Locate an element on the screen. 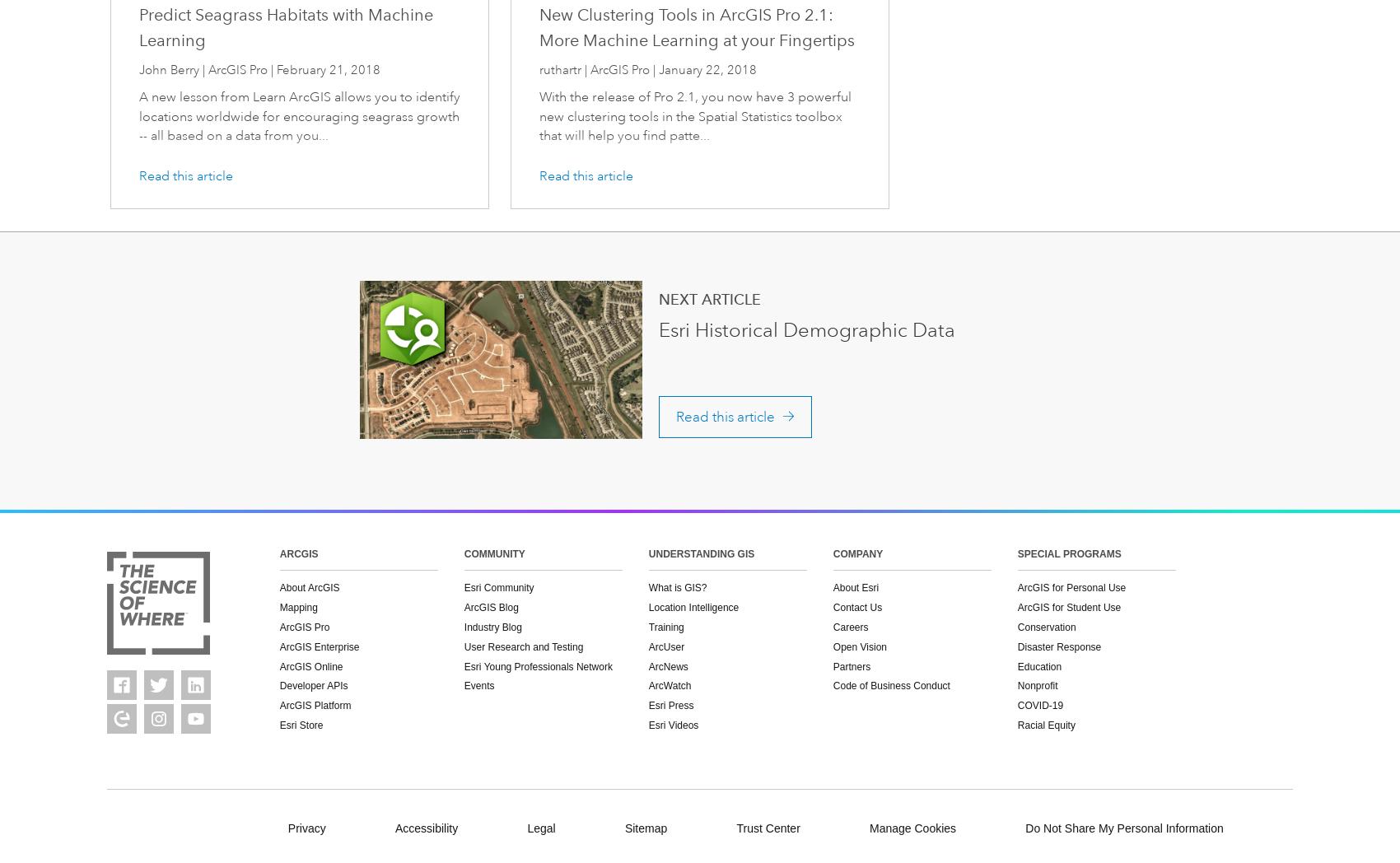 The height and width of the screenshot is (863, 1400). 'Esri Community' is located at coordinates (497, 587).